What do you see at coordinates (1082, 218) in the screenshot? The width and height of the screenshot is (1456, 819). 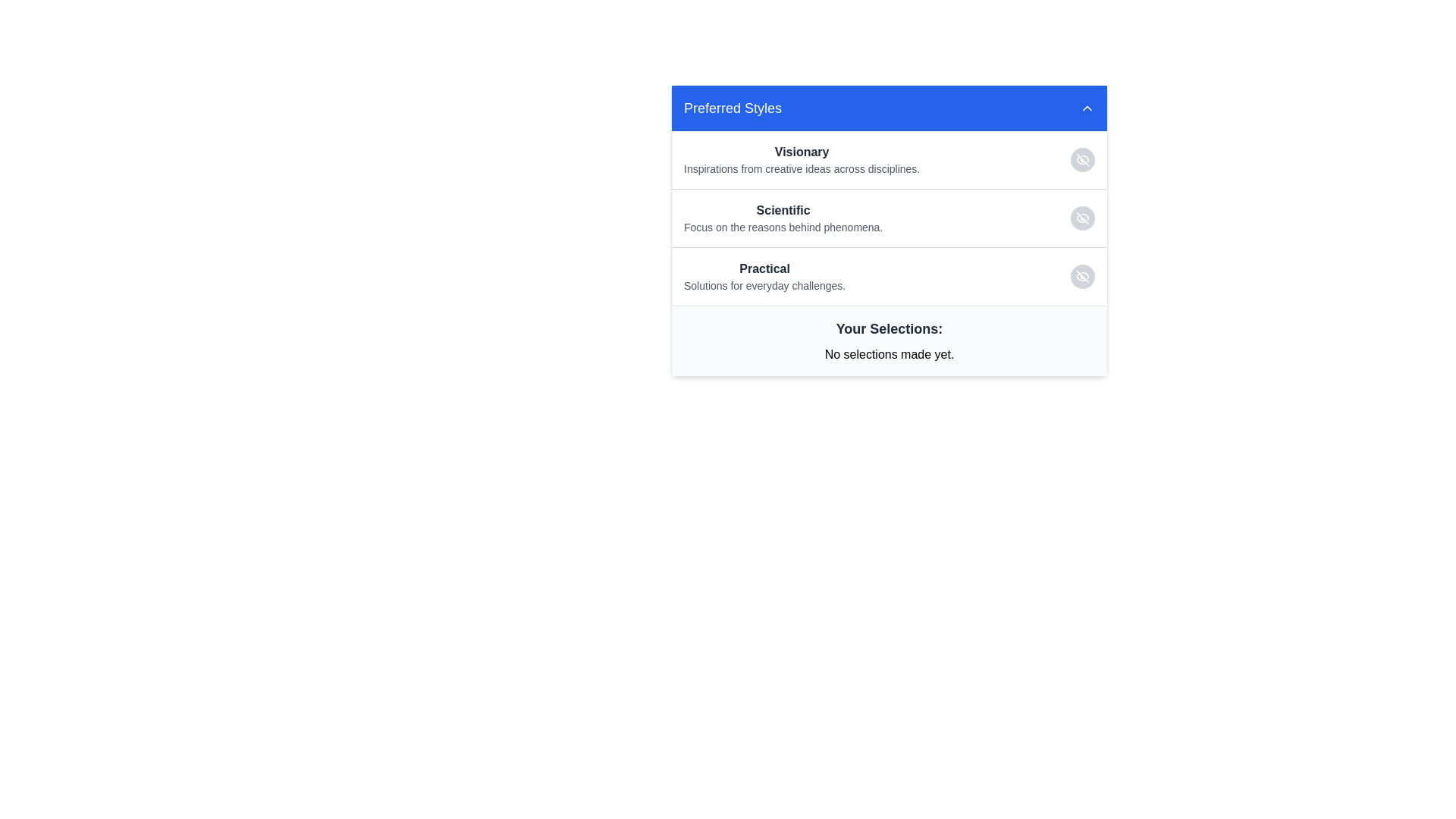 I see `the button with an embedded icon in the 'Scientific' category` at bounding box center [1082, 218].